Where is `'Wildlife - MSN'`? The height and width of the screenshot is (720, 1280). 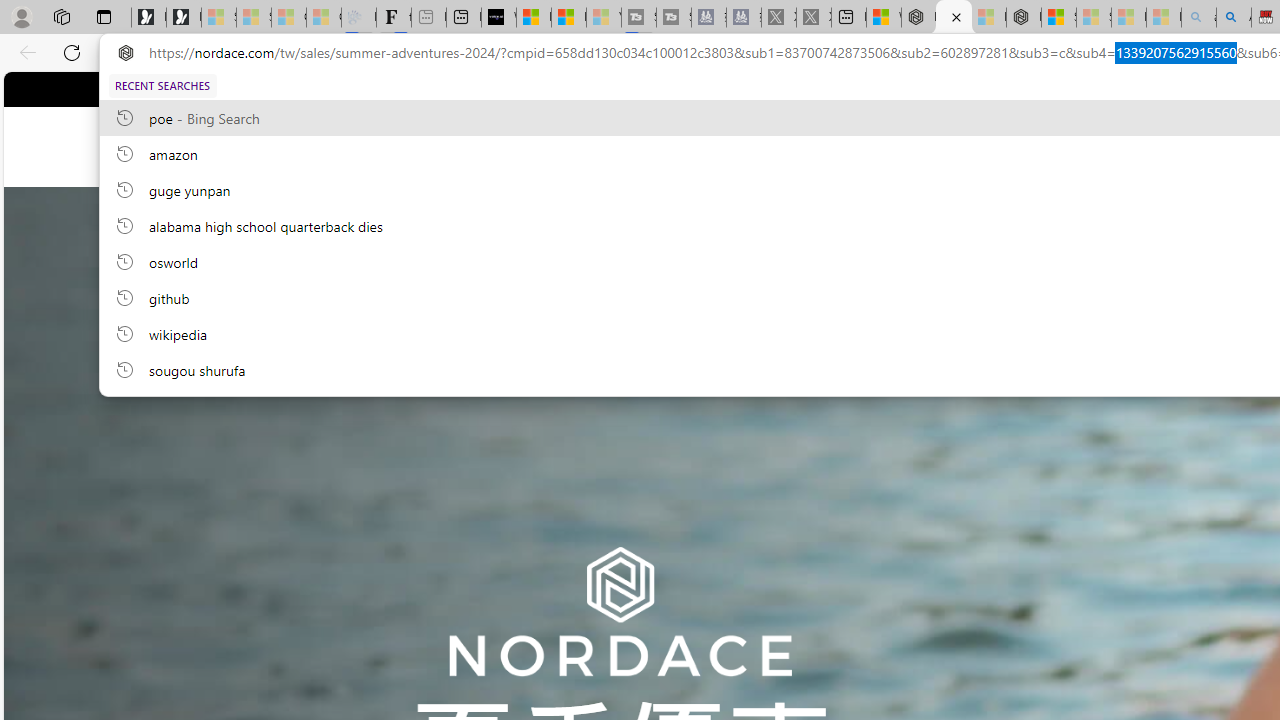 'Wildlife - MSN' is located at coordinates (882, 17).